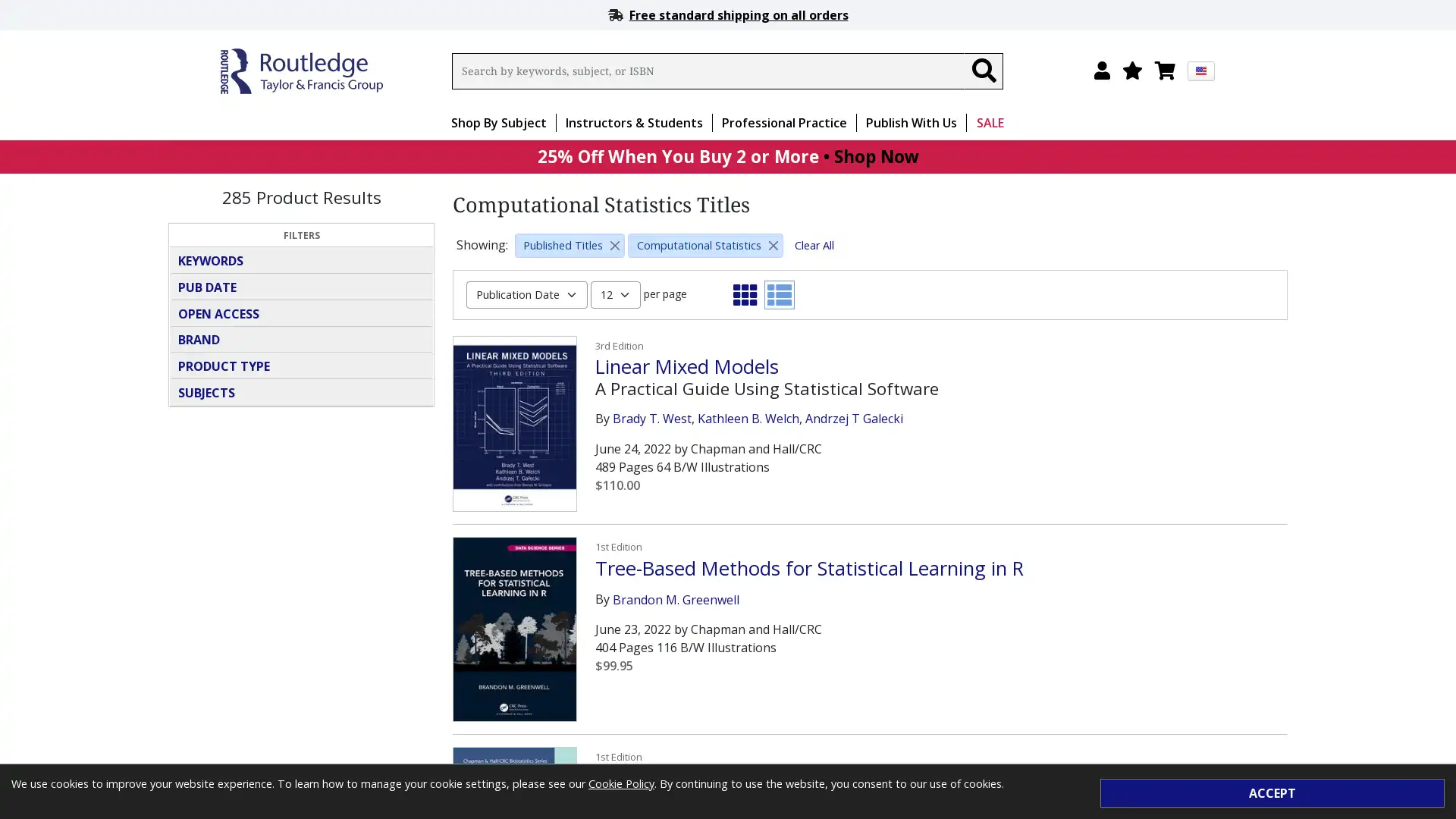  Describe the element at coordinates (773, 244) in the screenshot. I see `Remove Computational Statistics subject filter` at that location.